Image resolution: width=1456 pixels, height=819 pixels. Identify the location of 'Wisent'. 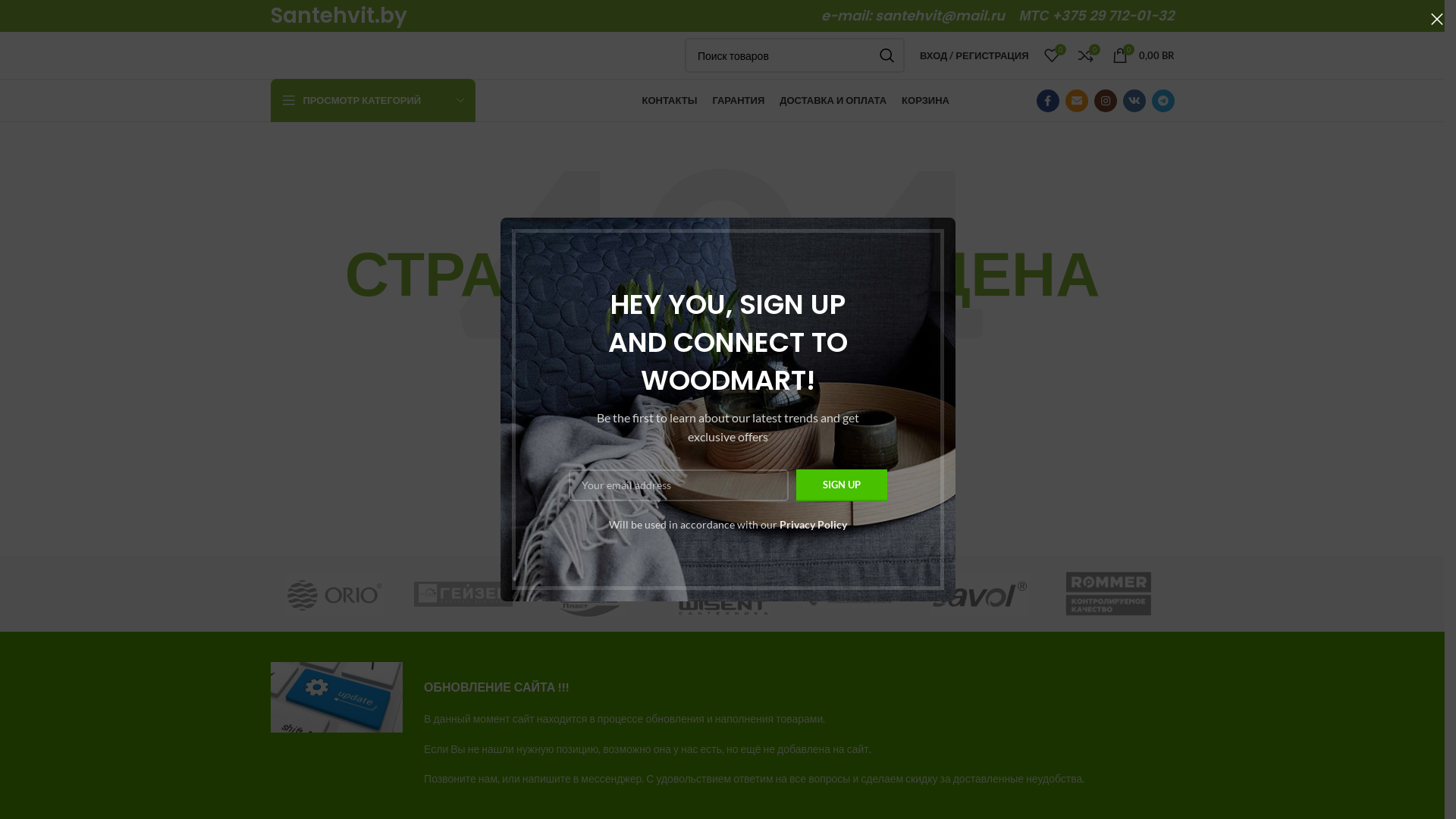
(720, 593).